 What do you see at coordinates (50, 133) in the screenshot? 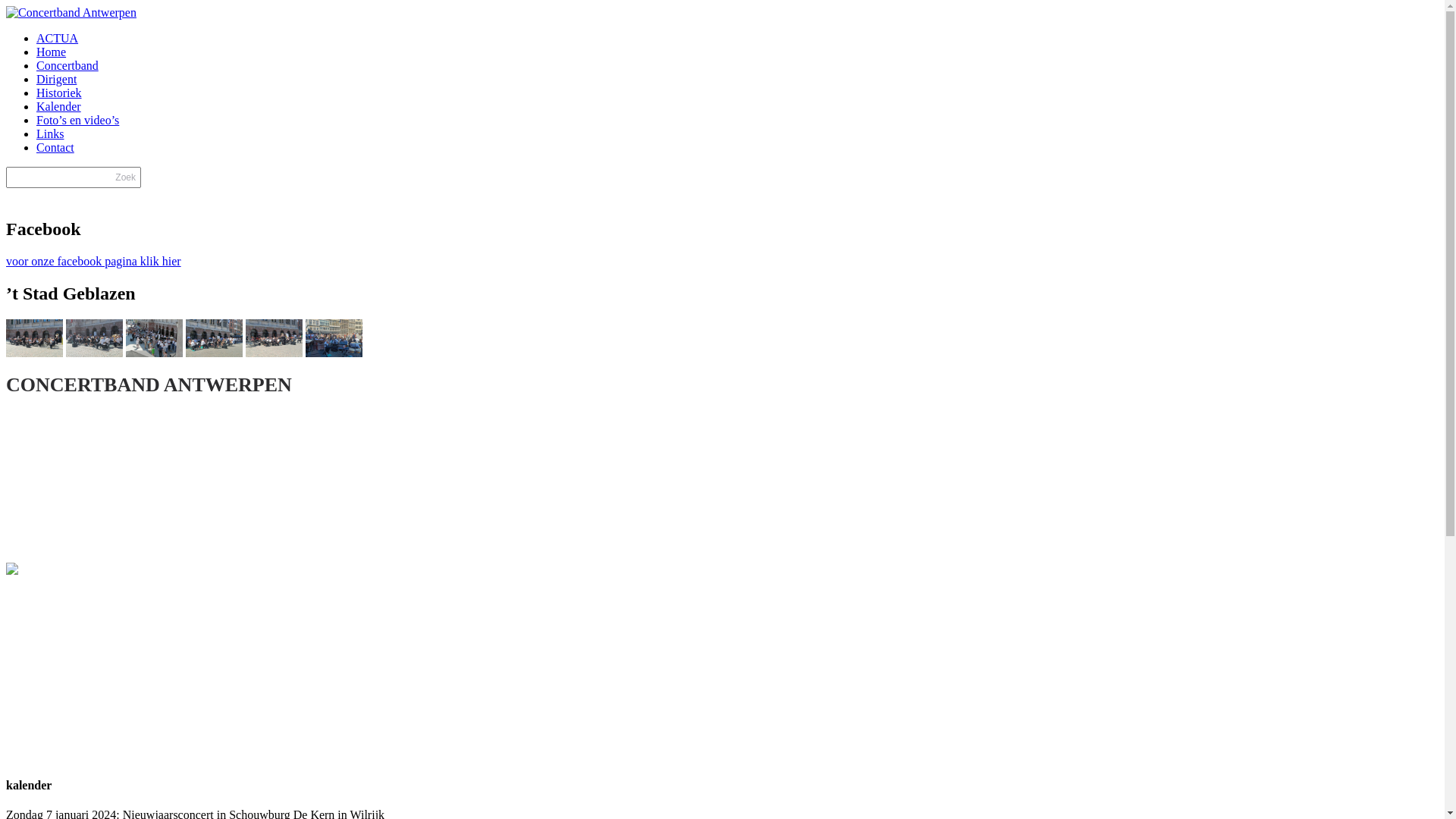
I see `'Links'` at bounding box center [50, 133].